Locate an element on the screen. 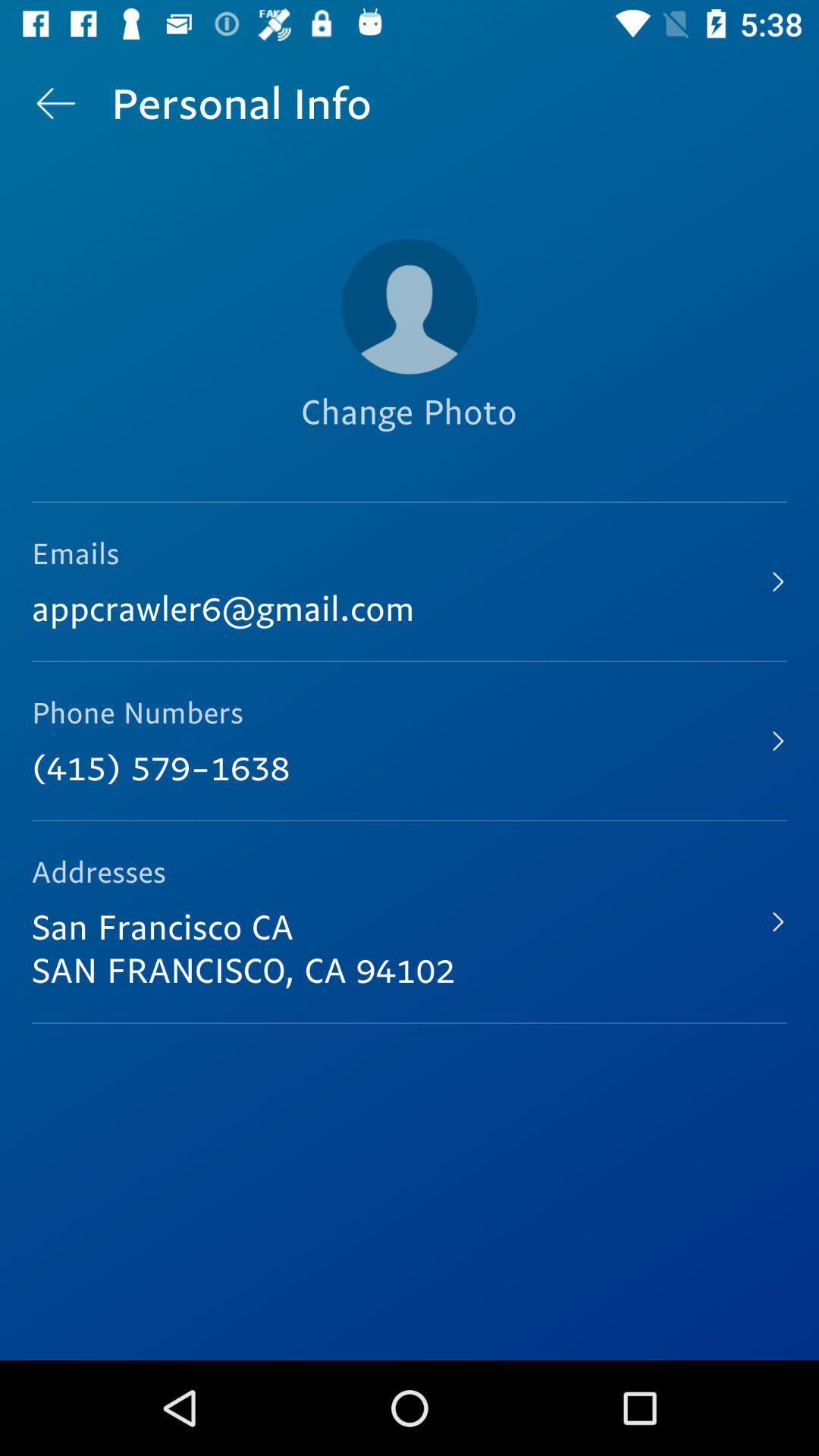 The height and width of the screenshot is (1456, 819). the change photo item is located at coordinates (408, 437).